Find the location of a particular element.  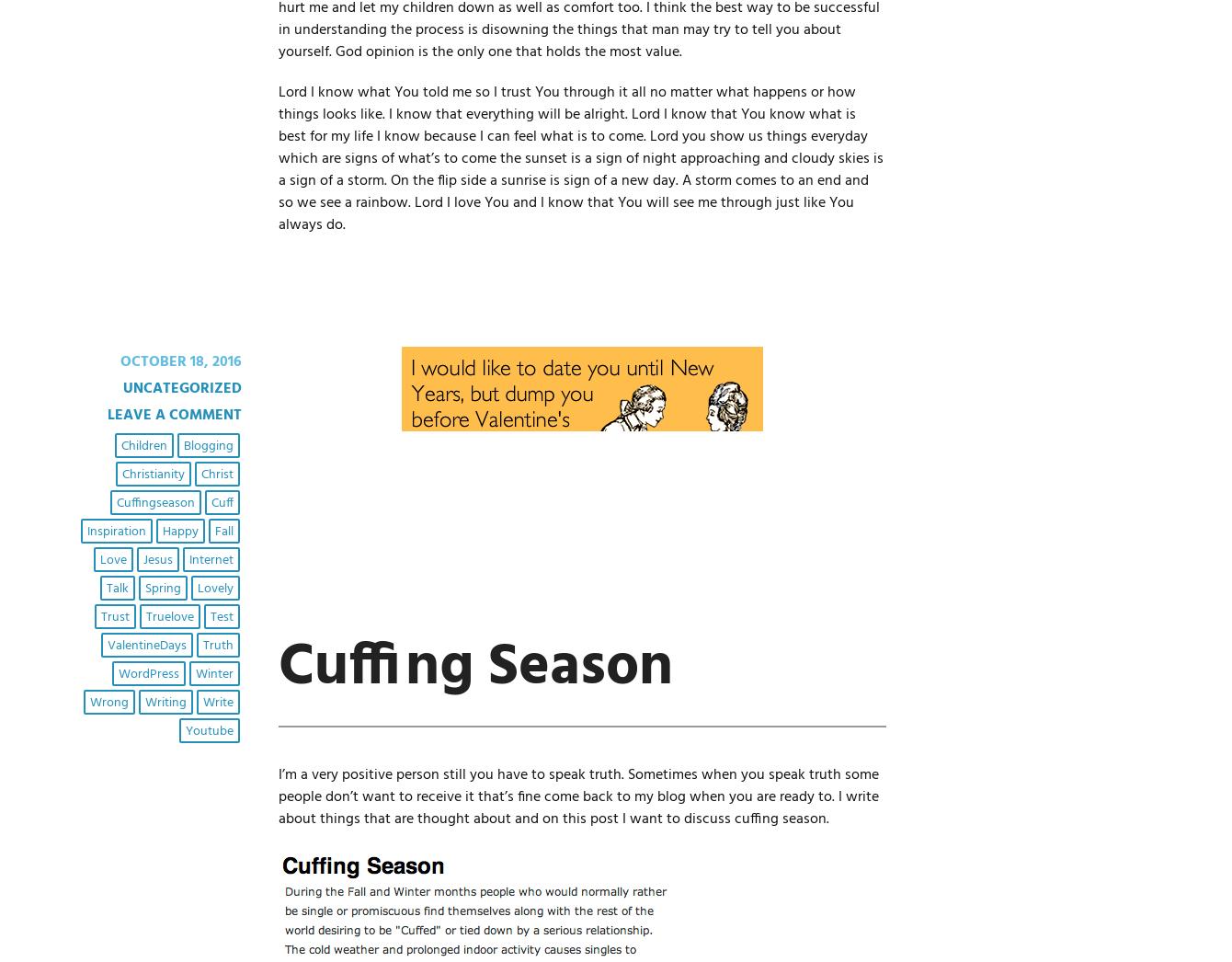

'Lord I know what You told me so I trust You through it all no matter what happens or how things looks like. I know that everything will be alright. Lord I know that You know what is best for my life I know because I can feel what is to come. Lord you show us things everyday which are signs of what’s to come the sunset is a sign of night approaching and cloudy skies is a sign of a storm. On the flip side a sunrise is sign of a new day. A storm comes to an end and so we see a rainbow. Lord I love You and I know that You will see me through just like You always do.' is located at coordinates (579, 159).